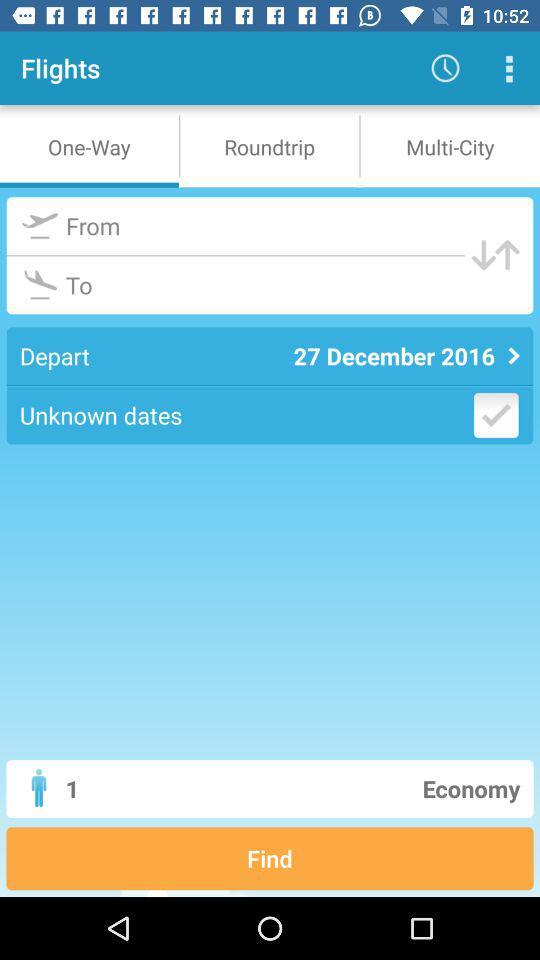  What do you see at coordinates (445, 68) in the screenshot?
I see `icon above multi-city` at bounding box center [445, 68].